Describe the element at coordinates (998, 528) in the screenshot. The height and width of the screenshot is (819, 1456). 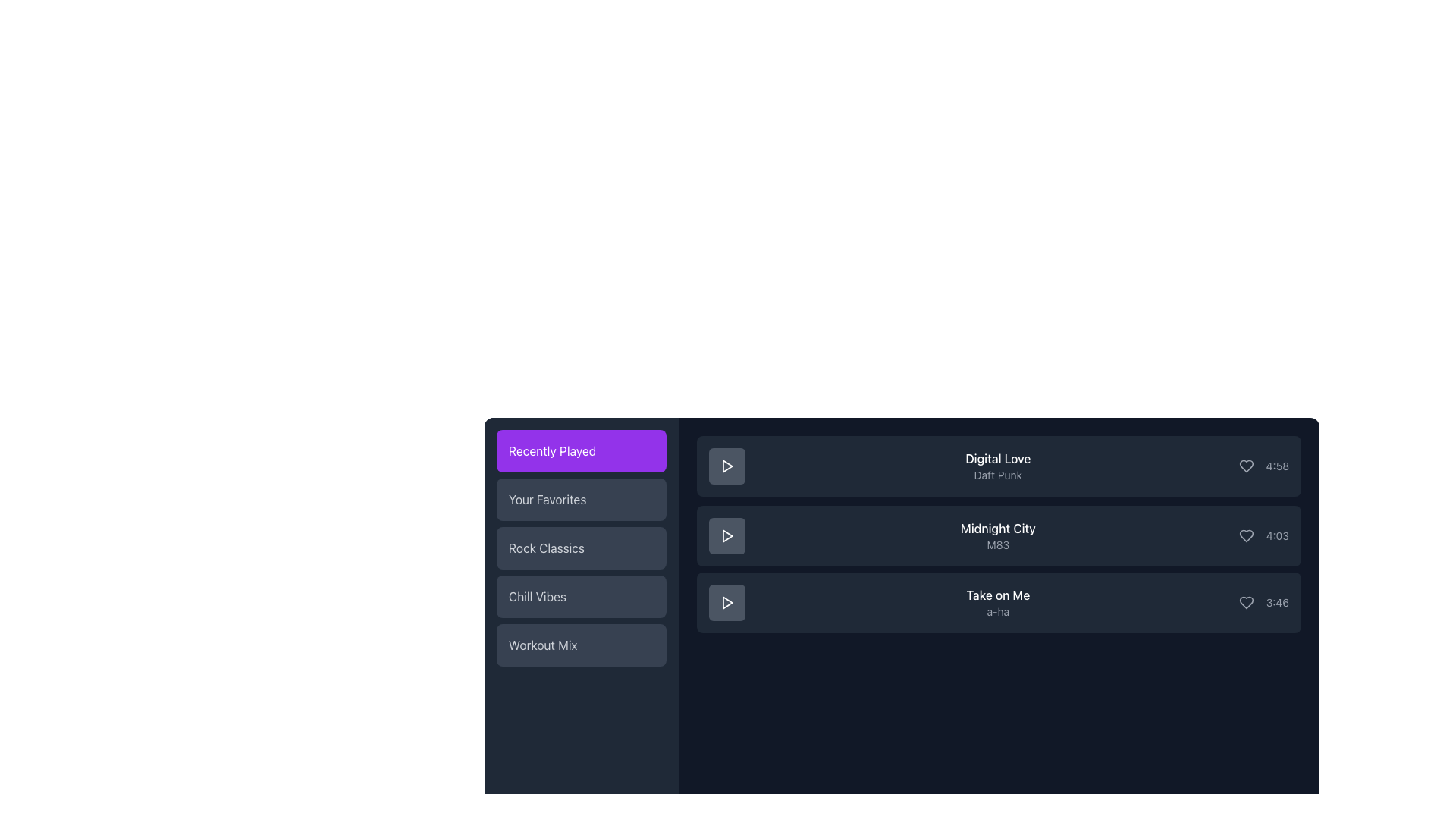
I see `the text label displaying 'Midnight City', which is prominently styled in bold white font against a dark background, indicating the title of a music item in a playlist` at that location.